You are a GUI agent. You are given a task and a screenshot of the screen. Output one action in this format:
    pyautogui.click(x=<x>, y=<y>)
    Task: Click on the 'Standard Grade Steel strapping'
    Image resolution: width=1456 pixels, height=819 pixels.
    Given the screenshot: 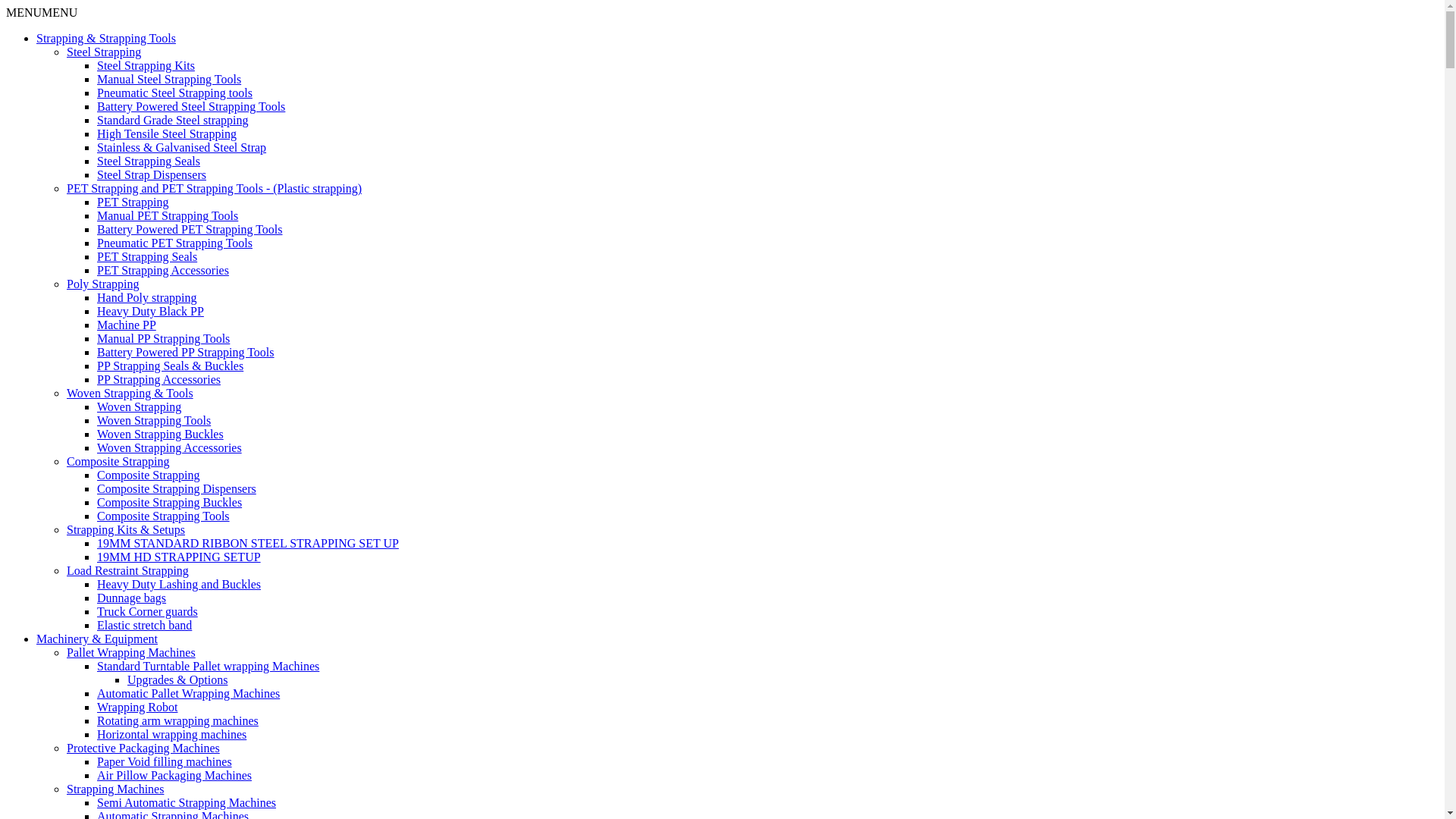 What is the action you would take?
    pyautogui.click(x=172, y=119)
    